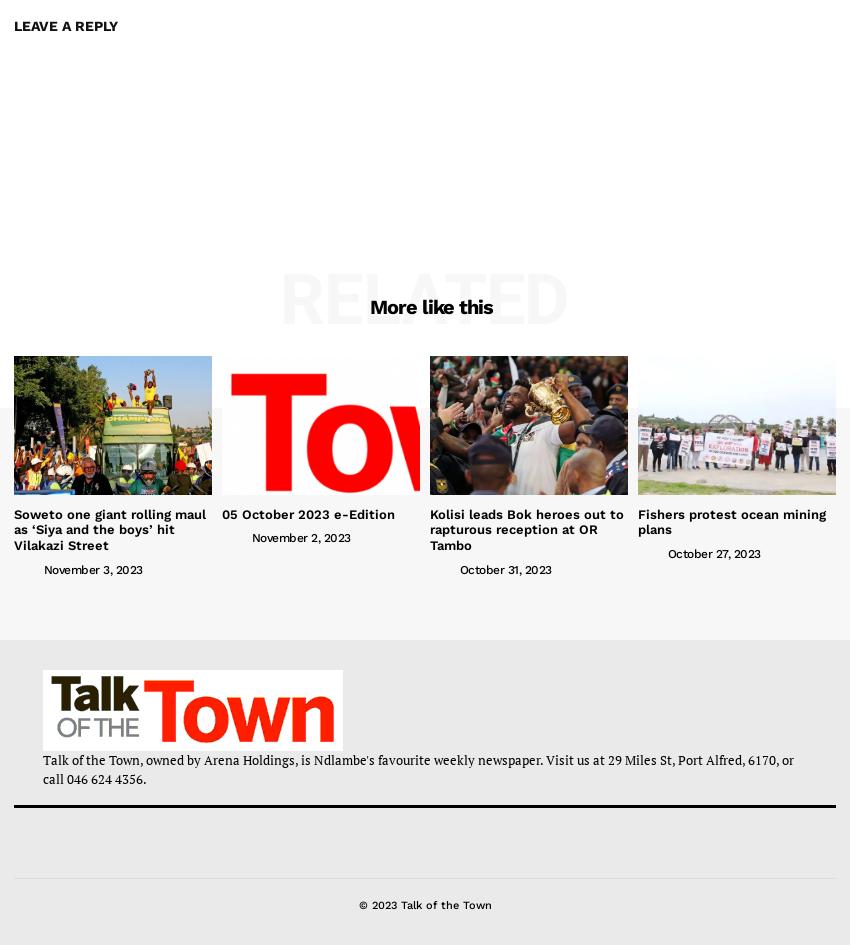 The height and width of the screenshot is (945, 850). Describe the element at coordinates (91, 568) in the screenshot. I see `'November 3, 2023'` at that location.